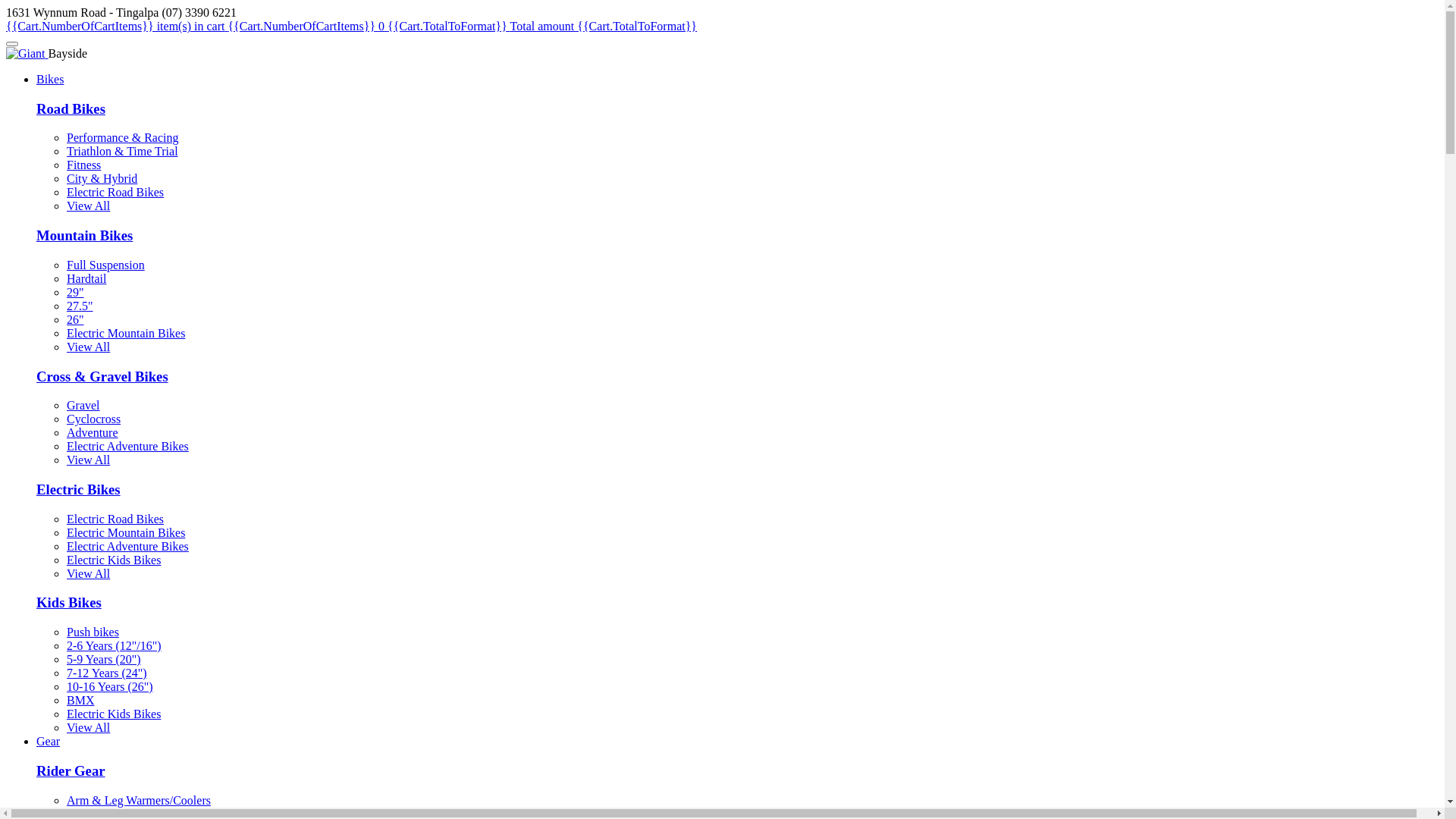 This screenshot has height=819, width=1456. What do you see at coordinates (50, 79) in the screenshot?
I see `'Bikes'` at bounding box center [50, 79].